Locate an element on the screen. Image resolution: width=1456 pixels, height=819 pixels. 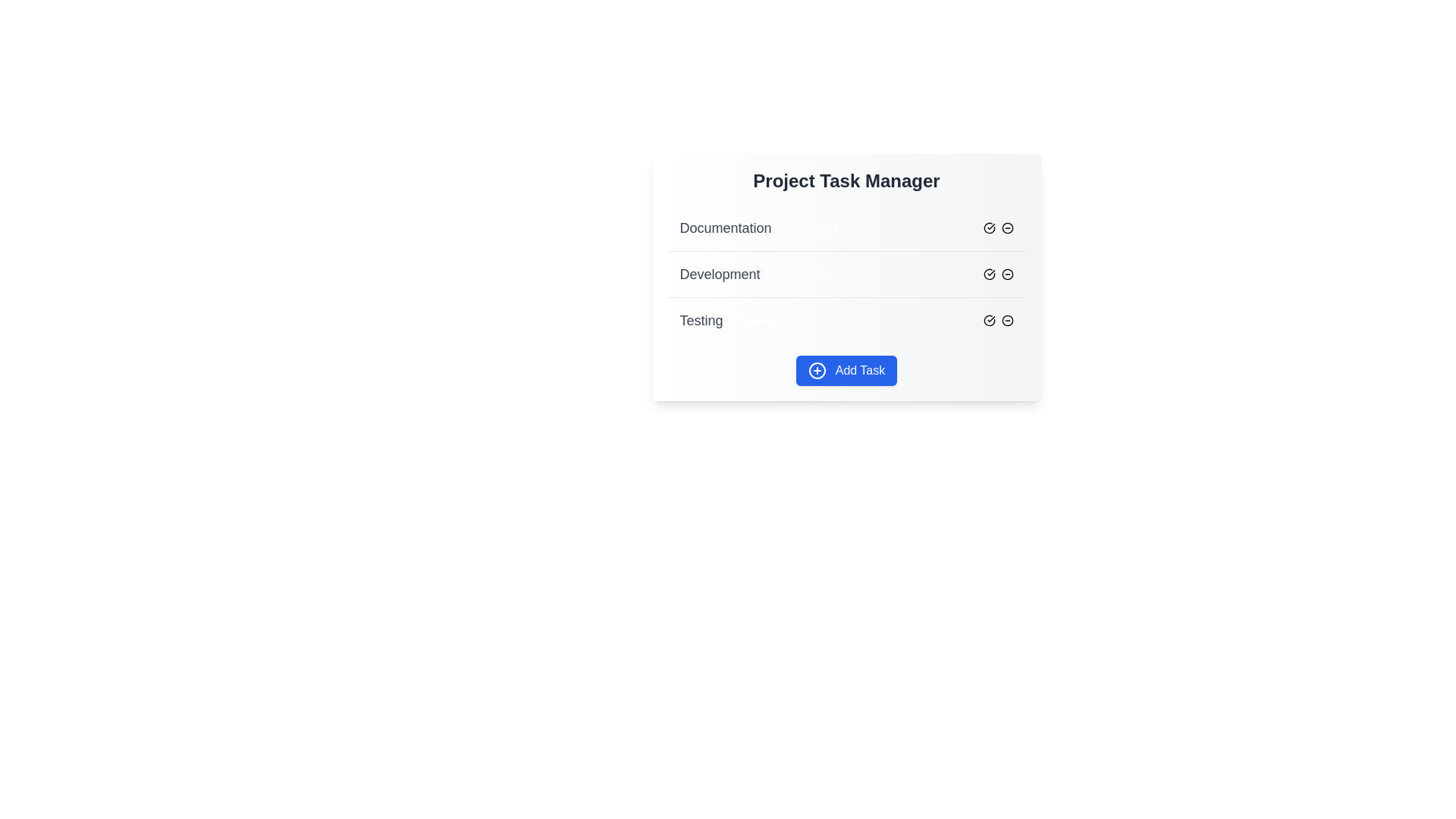
the delete button located at the end of the row associated with the task labeled 'Testing' is located at coordinates (1007, 320).